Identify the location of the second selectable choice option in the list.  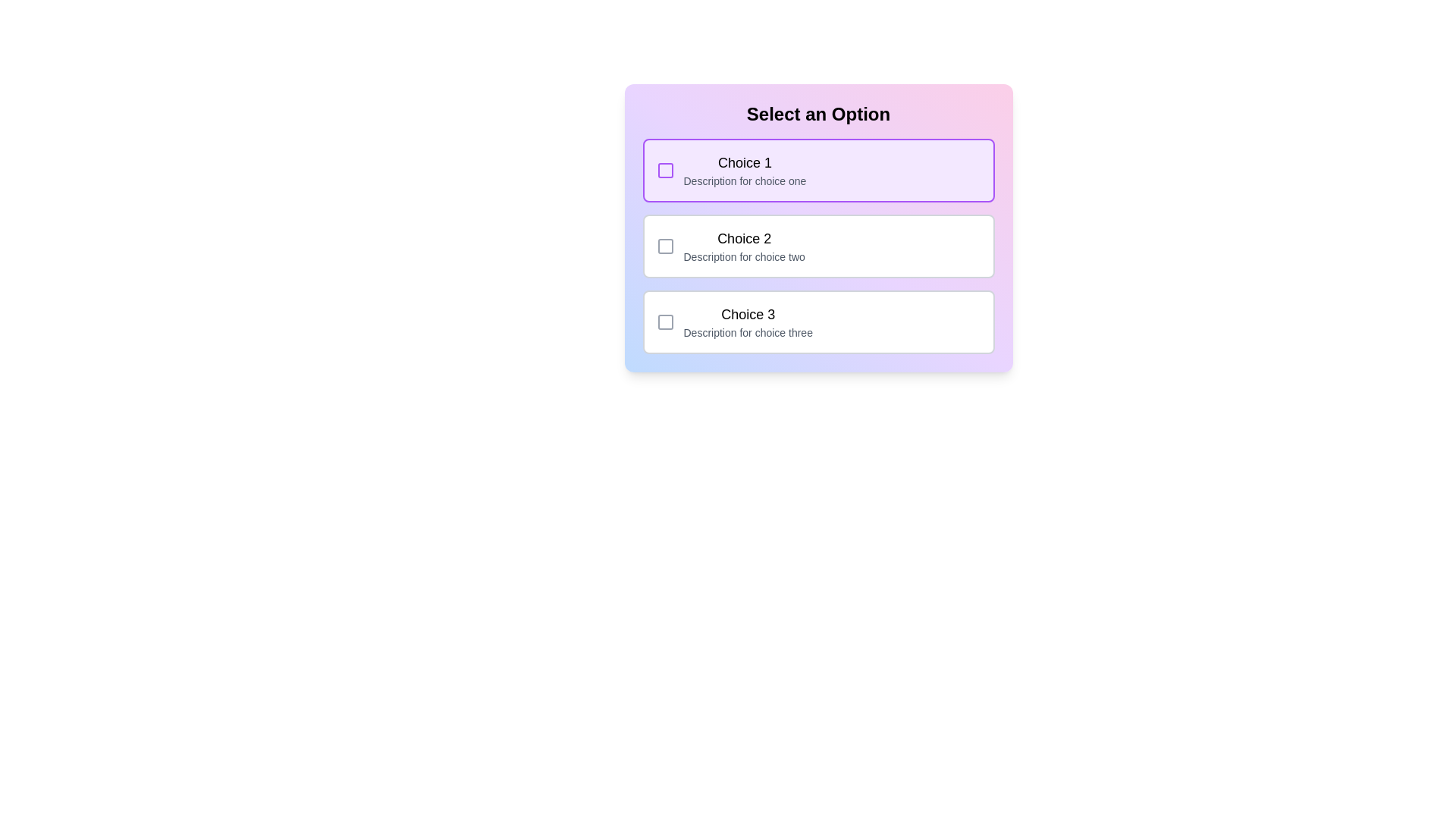
(817, 245).